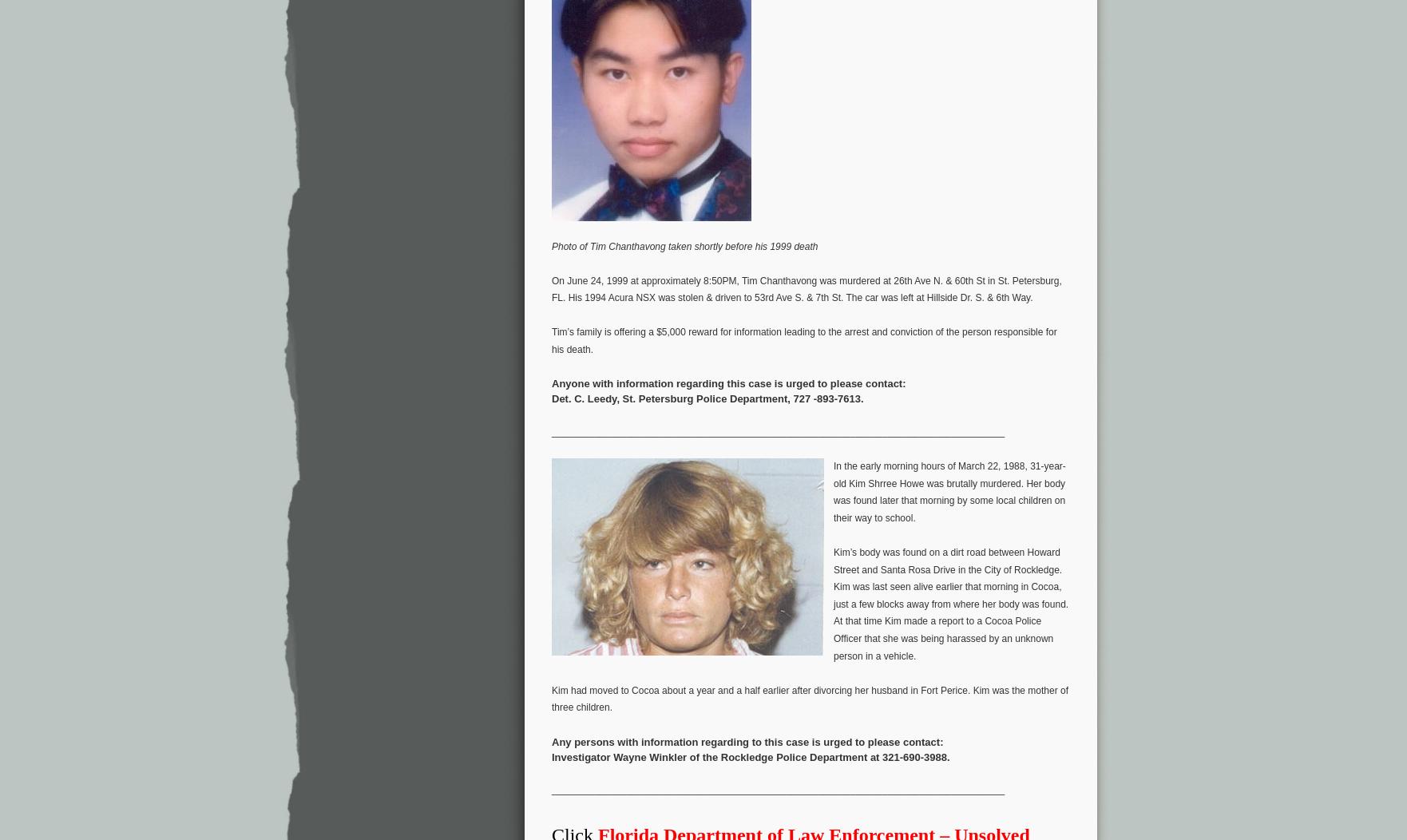 The image size is (1407, 840). Describe the element at coordinates (810, 697) in the screenshot. I see `'Kim had moved to Cocoa about a year and a half earlier after divorcing her husband in Fort Perice. Kim was the mother of three children.'` at that location.